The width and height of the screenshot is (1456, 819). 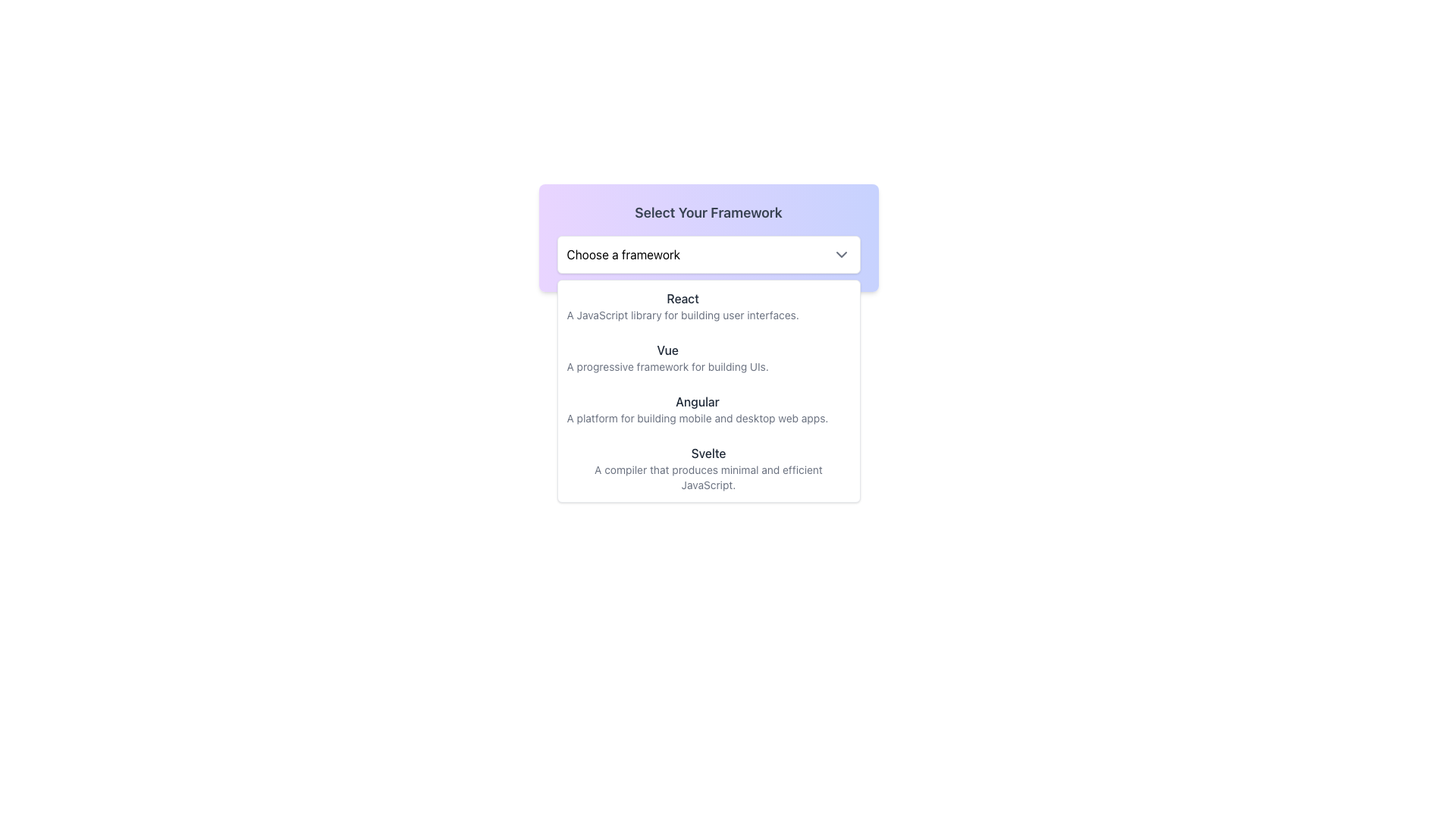 I want to click on the dropdown toggle indicator located to the right of the text 'Choose a framework', so click(x=840, y=253).